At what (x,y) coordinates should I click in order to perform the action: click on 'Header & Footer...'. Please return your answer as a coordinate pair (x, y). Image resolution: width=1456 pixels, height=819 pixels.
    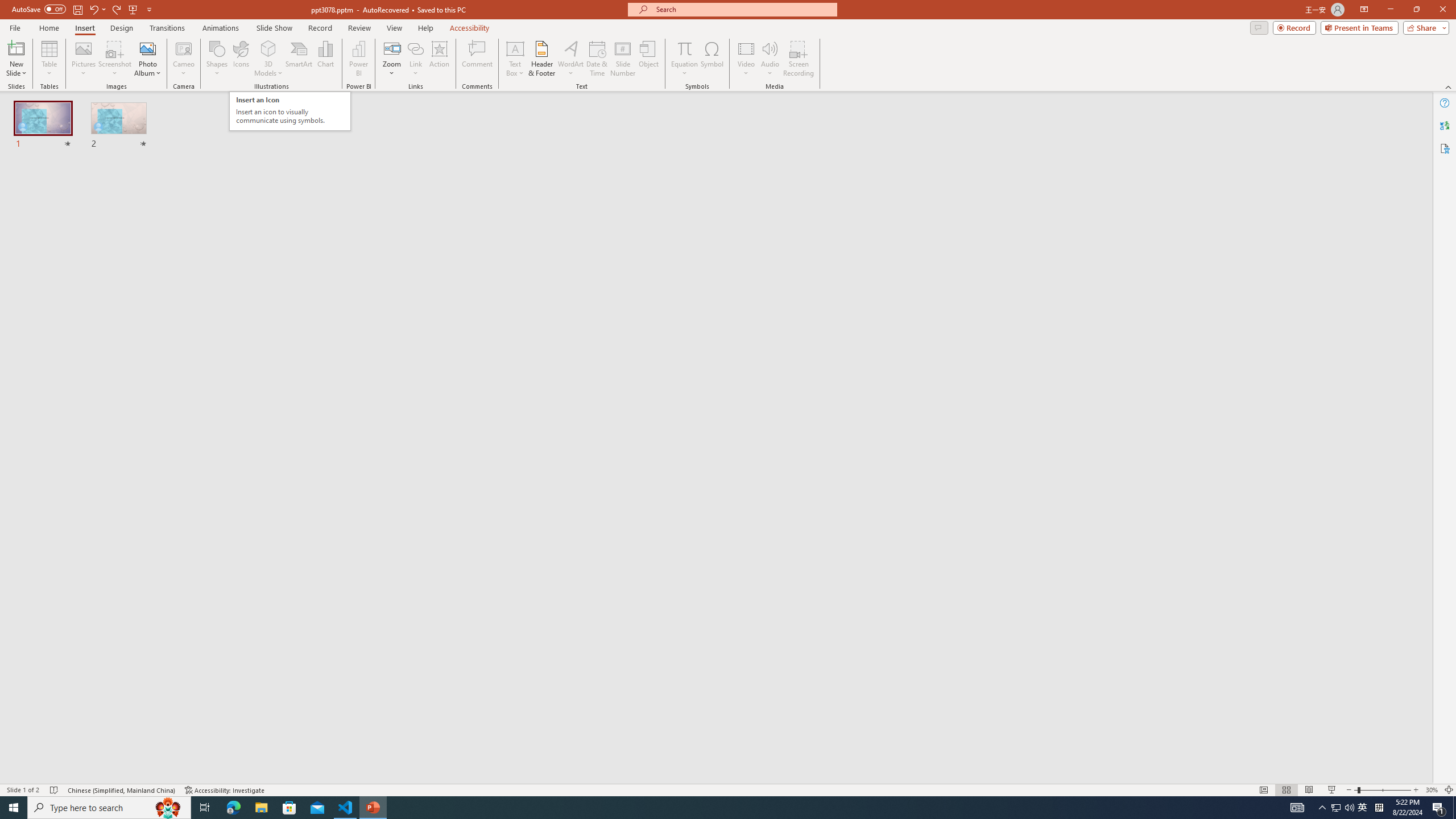
    Looking at the image, I should click on (541, 59).